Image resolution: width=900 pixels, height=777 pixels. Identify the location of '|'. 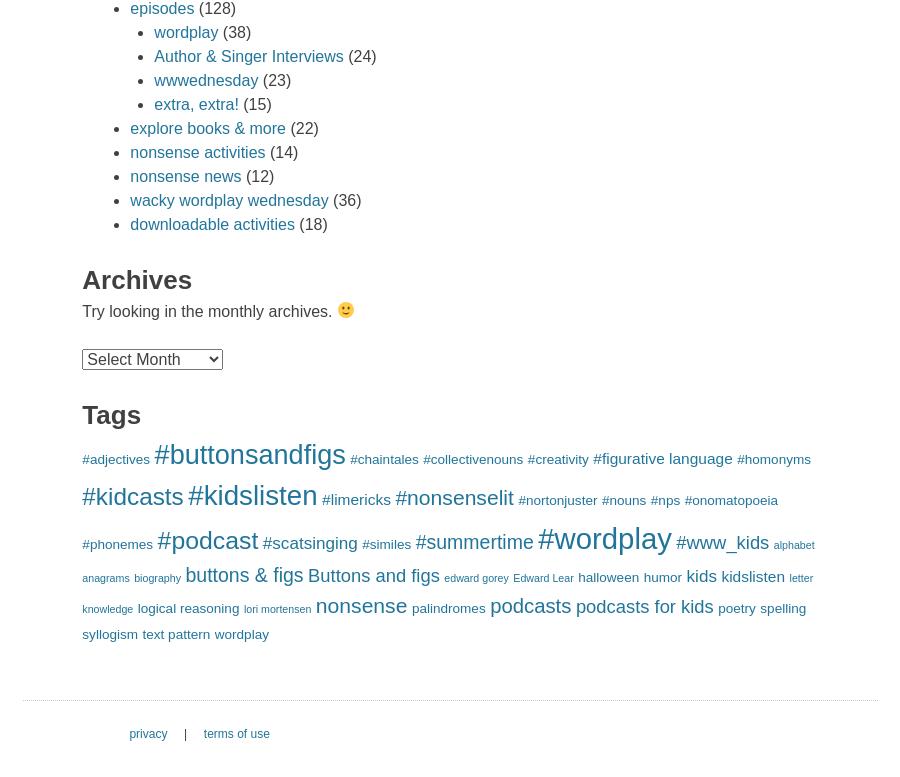
(185, 732).